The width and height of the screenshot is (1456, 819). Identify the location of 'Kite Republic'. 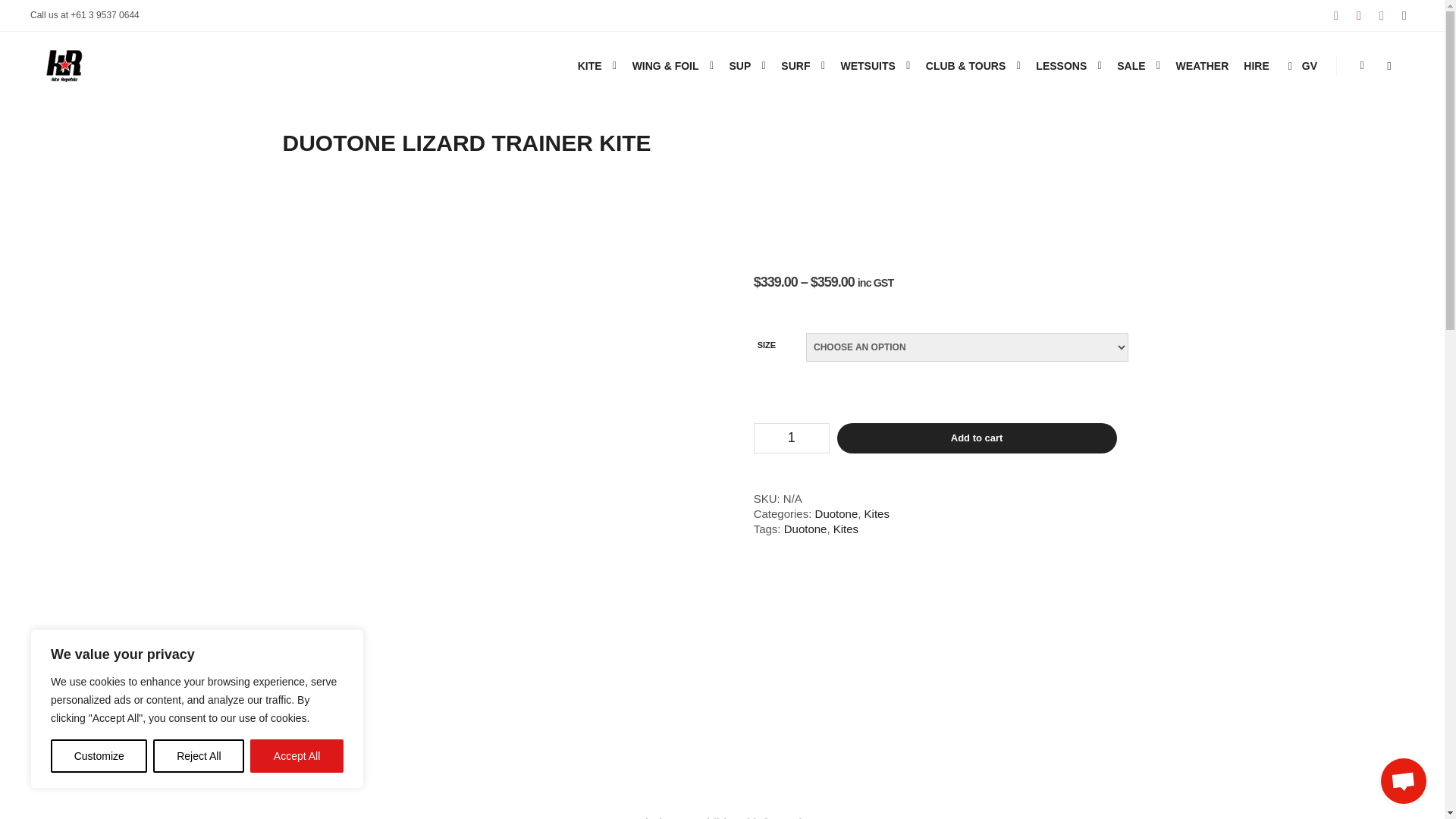
(30, 133).